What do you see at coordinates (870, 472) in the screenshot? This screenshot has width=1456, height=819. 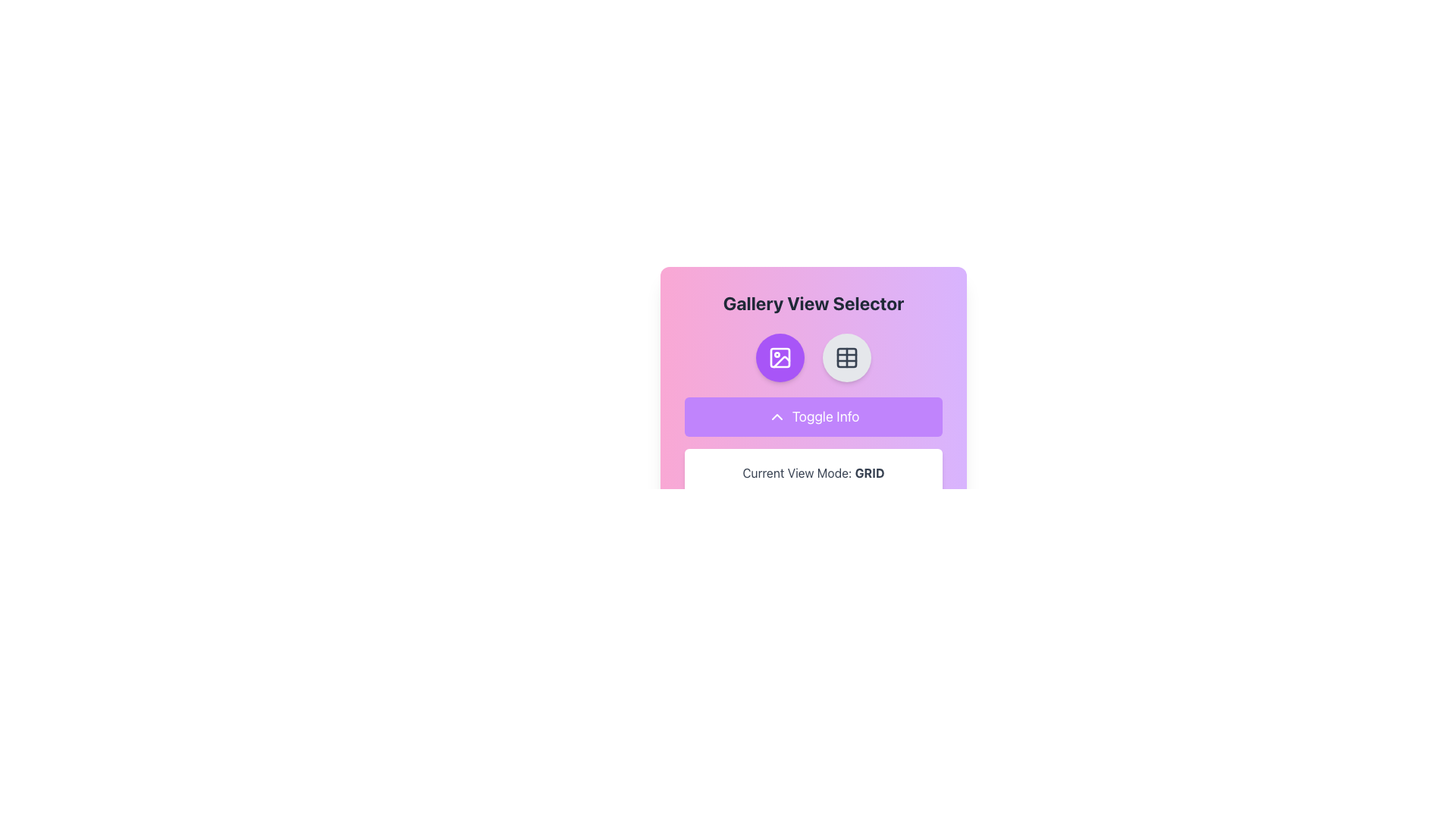 I see `the text label displaying 'GRID' in bold dark-gray font, which is part of the sentence 'Current View Mode: GRID', located beneath the 'Toggle Info' button` at bounding box center [870, 472].